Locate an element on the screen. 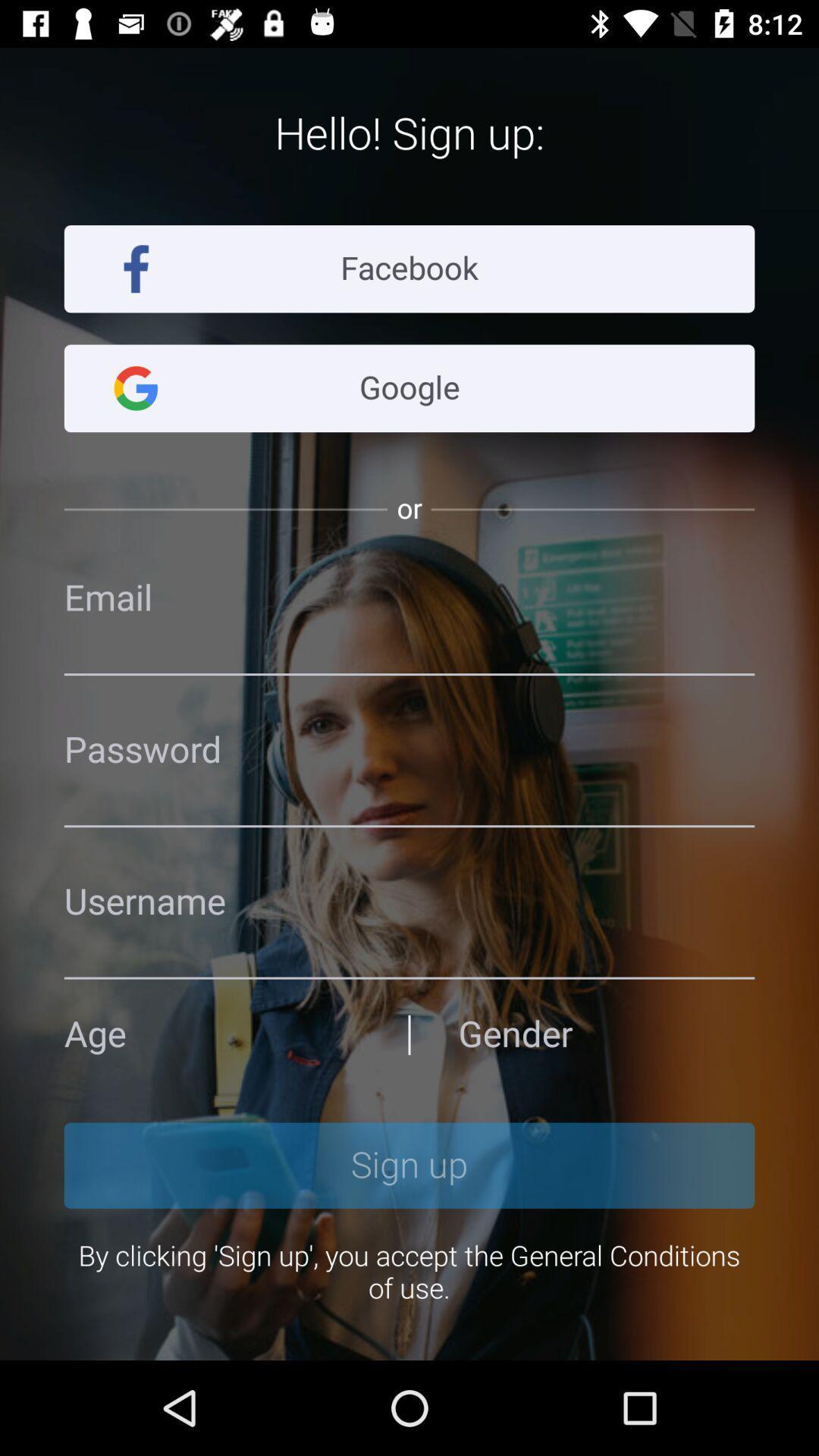 This screenshot has height=1456, width=819. screen page is located at coordinates (409, 750).